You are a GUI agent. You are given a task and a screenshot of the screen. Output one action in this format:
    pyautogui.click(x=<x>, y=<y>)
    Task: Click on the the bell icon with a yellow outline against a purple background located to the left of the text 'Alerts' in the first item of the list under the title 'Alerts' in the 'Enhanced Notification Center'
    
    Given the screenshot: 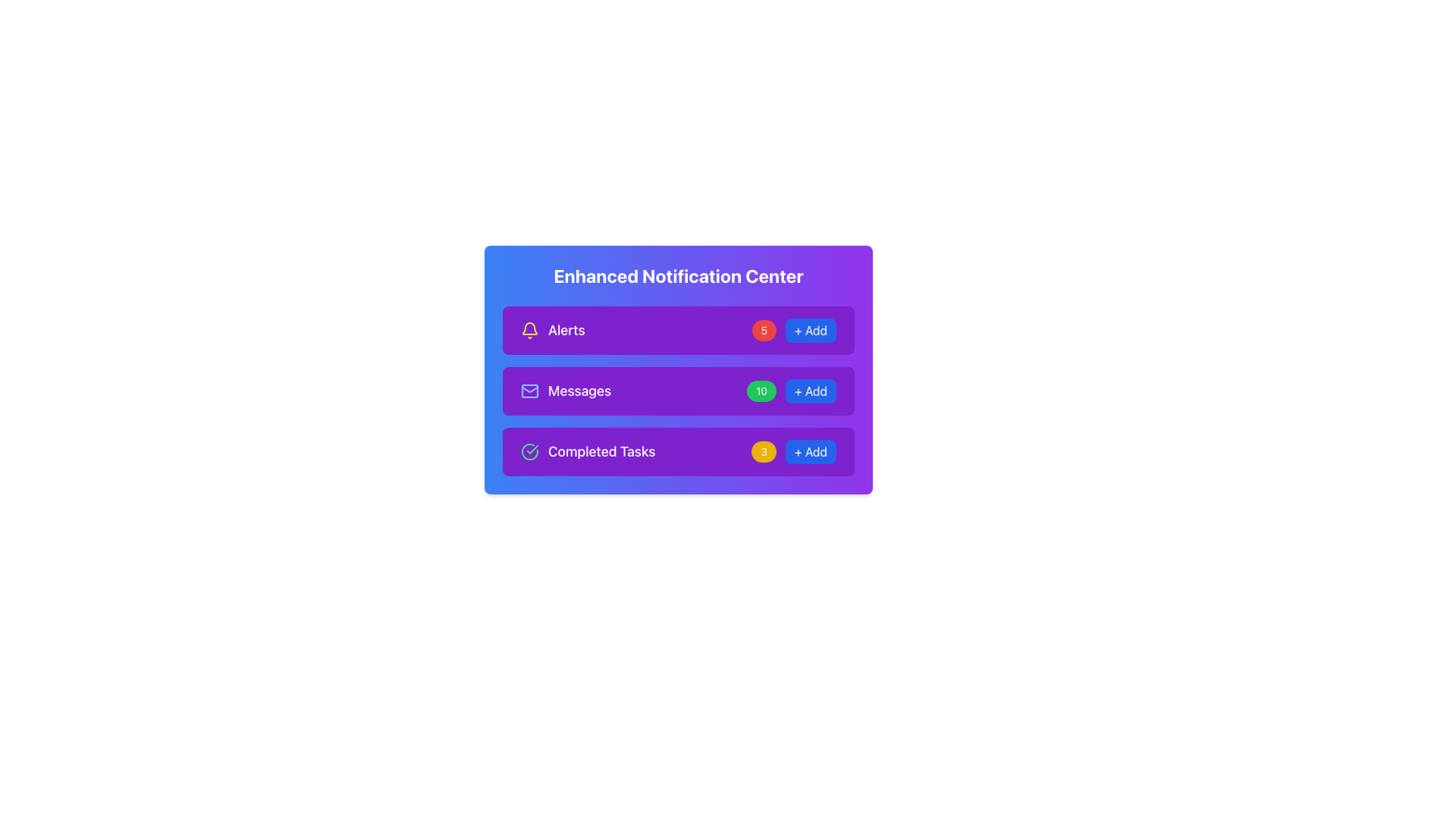 What is the action you would take?
    pyautogui.click(x=530, y=329)
    